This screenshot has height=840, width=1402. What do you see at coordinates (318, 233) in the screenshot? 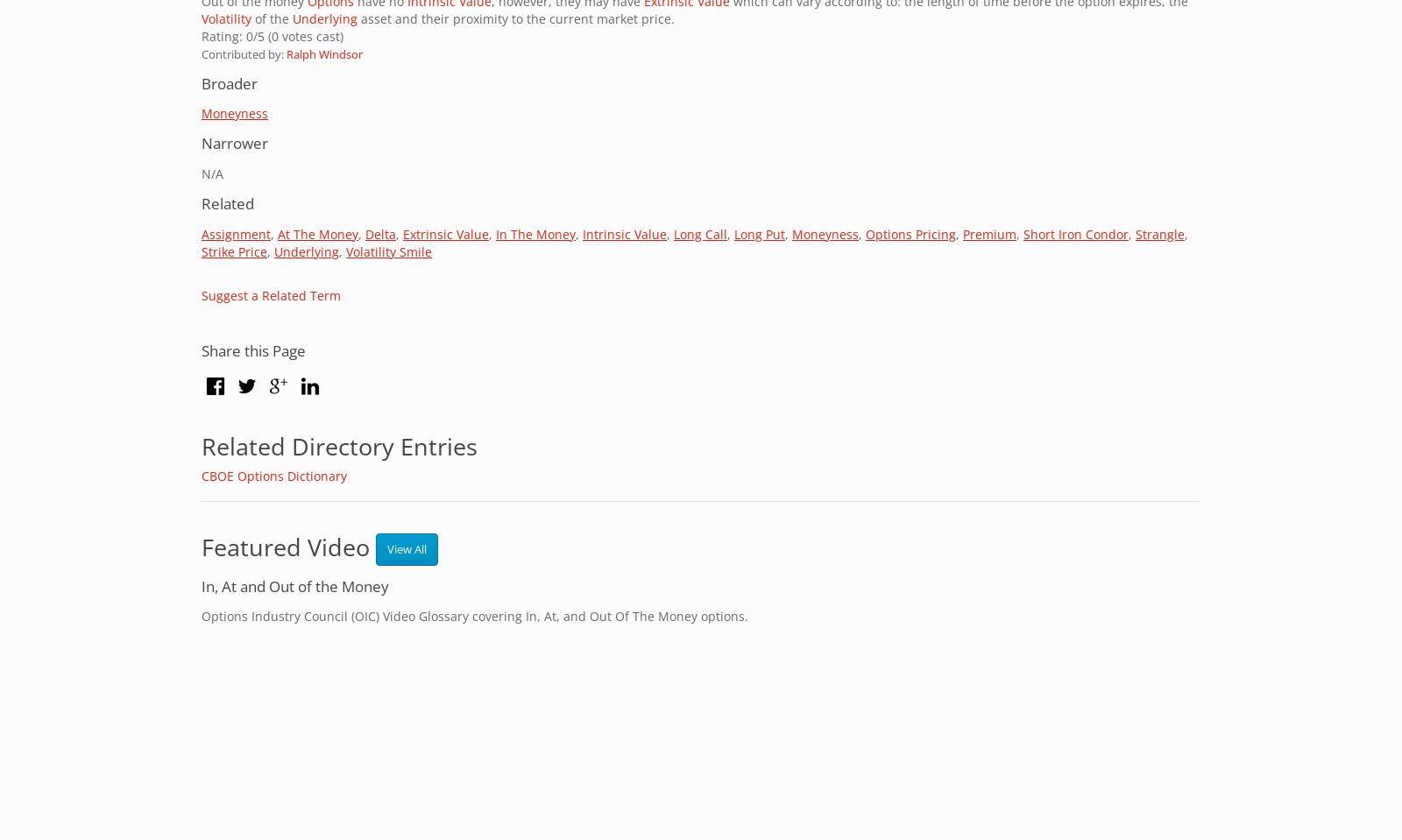
I see `'At The Money'` at bounding box center [318, 233].